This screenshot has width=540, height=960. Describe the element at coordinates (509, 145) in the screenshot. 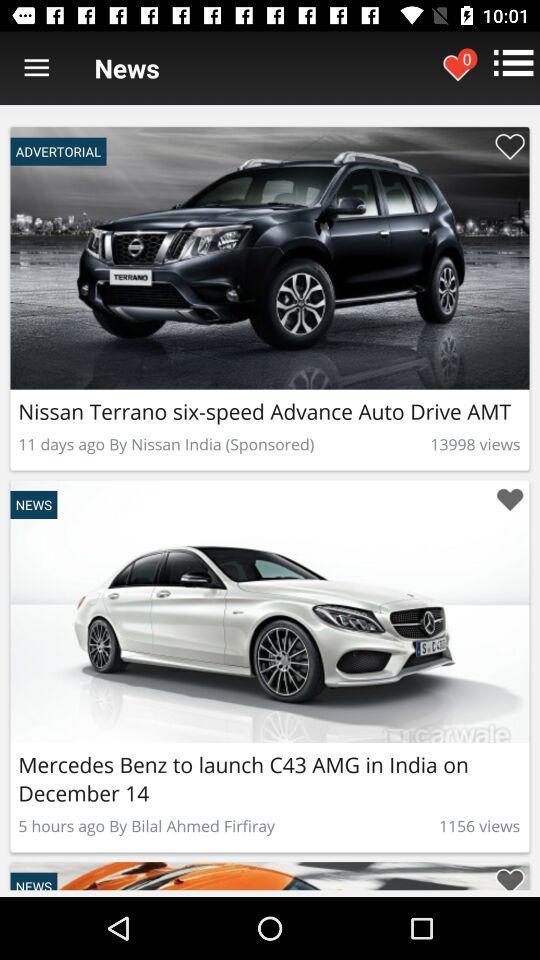

I see `to favorites` at that location.